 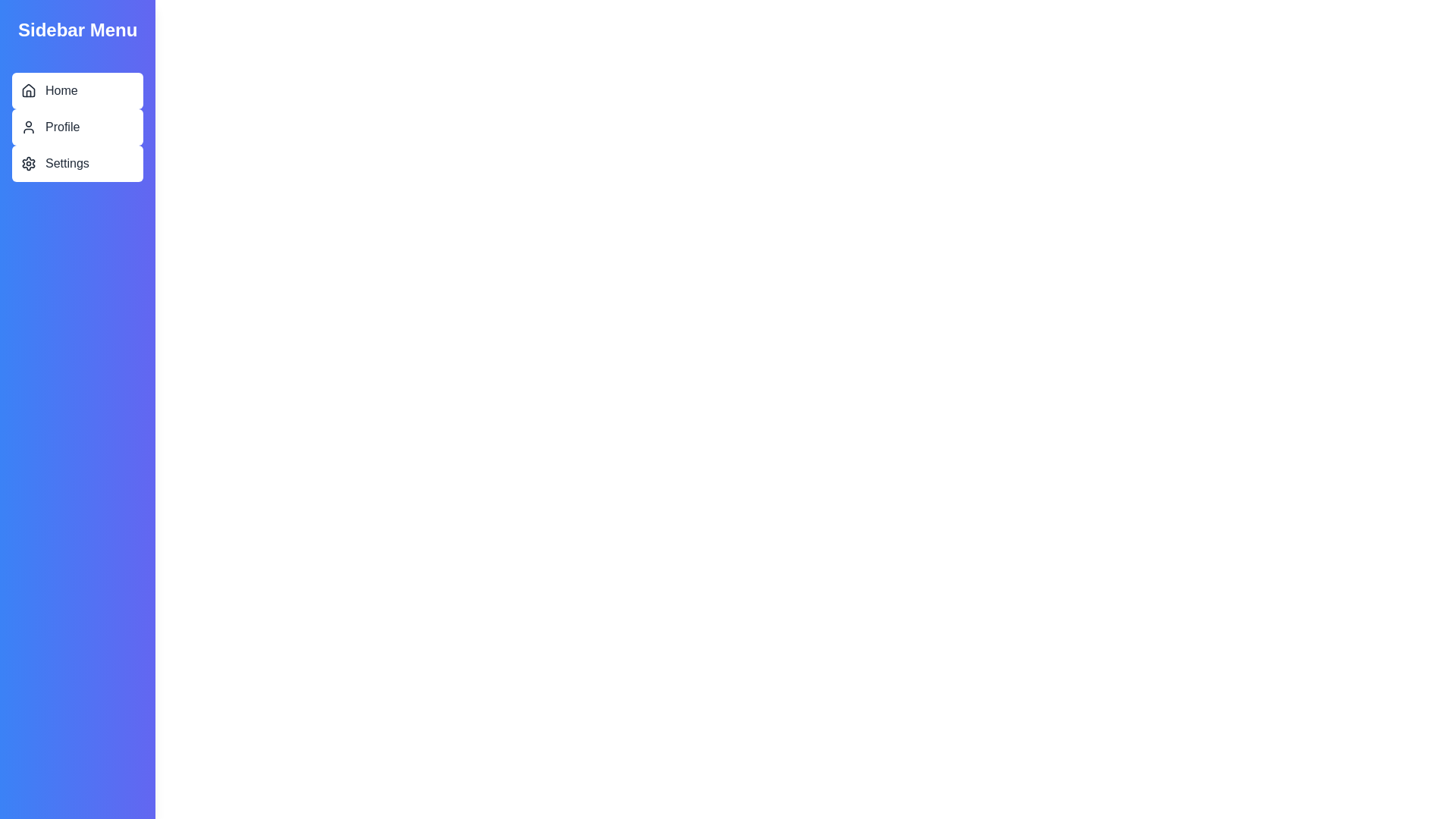 I want to click on the profile icon located in the sidebar menu, situated between the 'Home' and 'Settings' buttons, as part of the 'Profile' menu item, so click(x=29, y=127).